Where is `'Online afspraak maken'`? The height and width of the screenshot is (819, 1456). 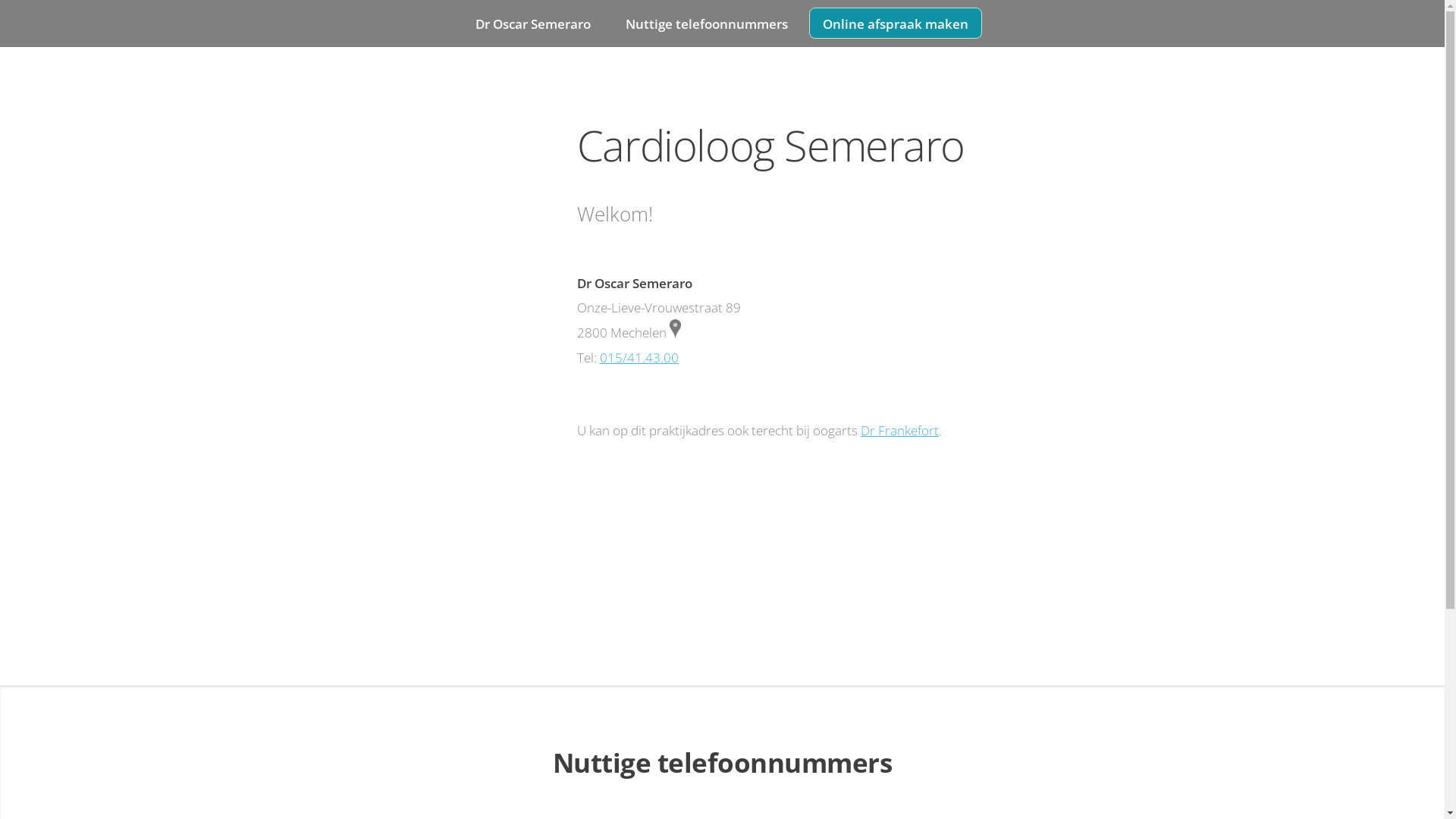 'Online afspraak maken' is located at coordinates (896, 23).